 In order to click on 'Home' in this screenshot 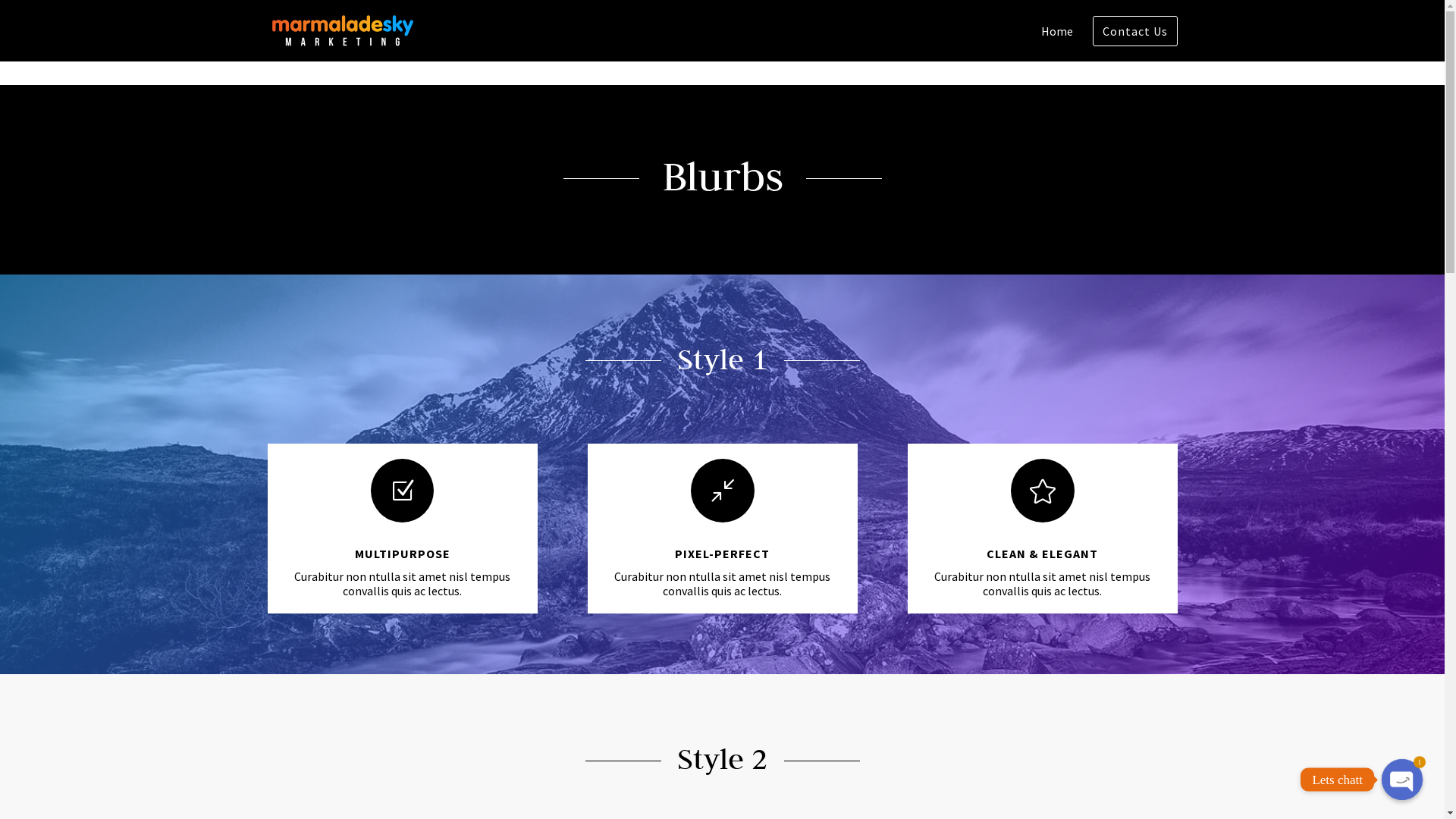, I will do `click(1055, 42)`.